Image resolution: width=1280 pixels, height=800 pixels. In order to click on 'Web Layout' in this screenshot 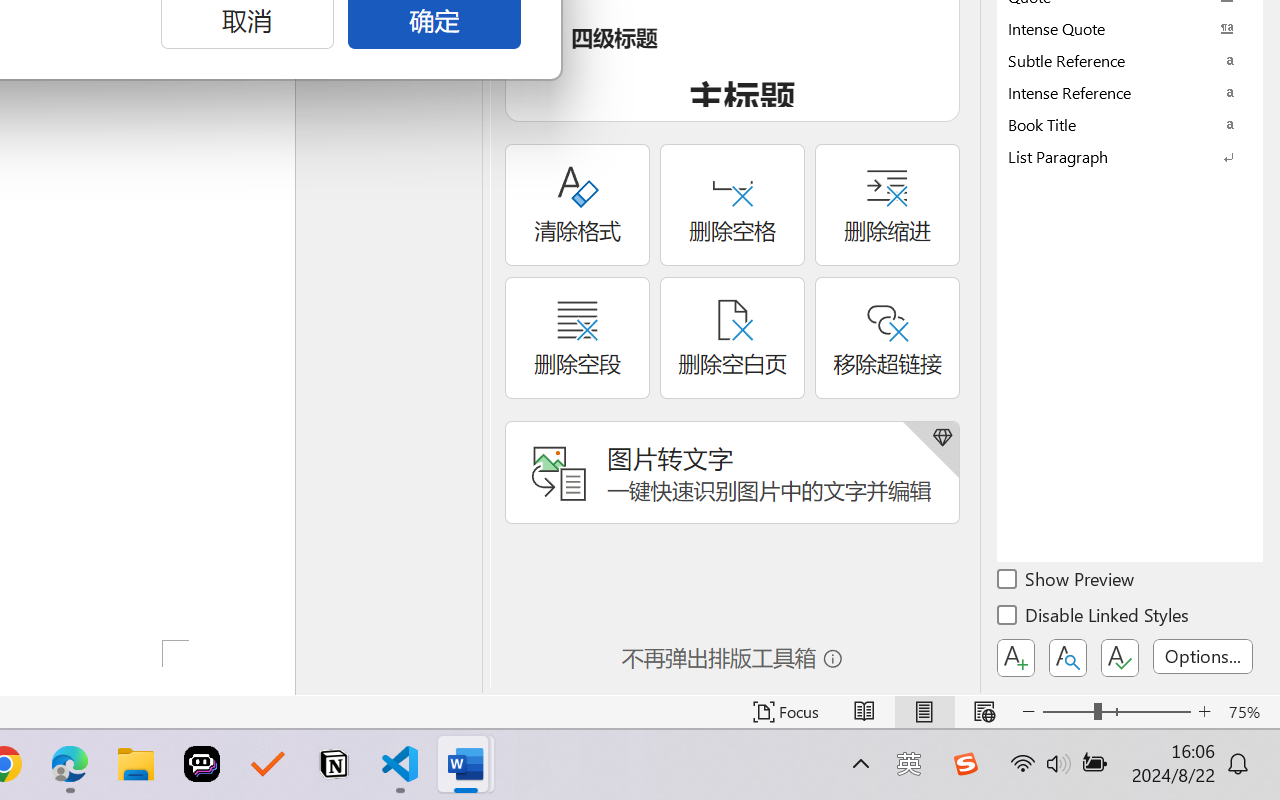, I will do `click(984, 711)`.